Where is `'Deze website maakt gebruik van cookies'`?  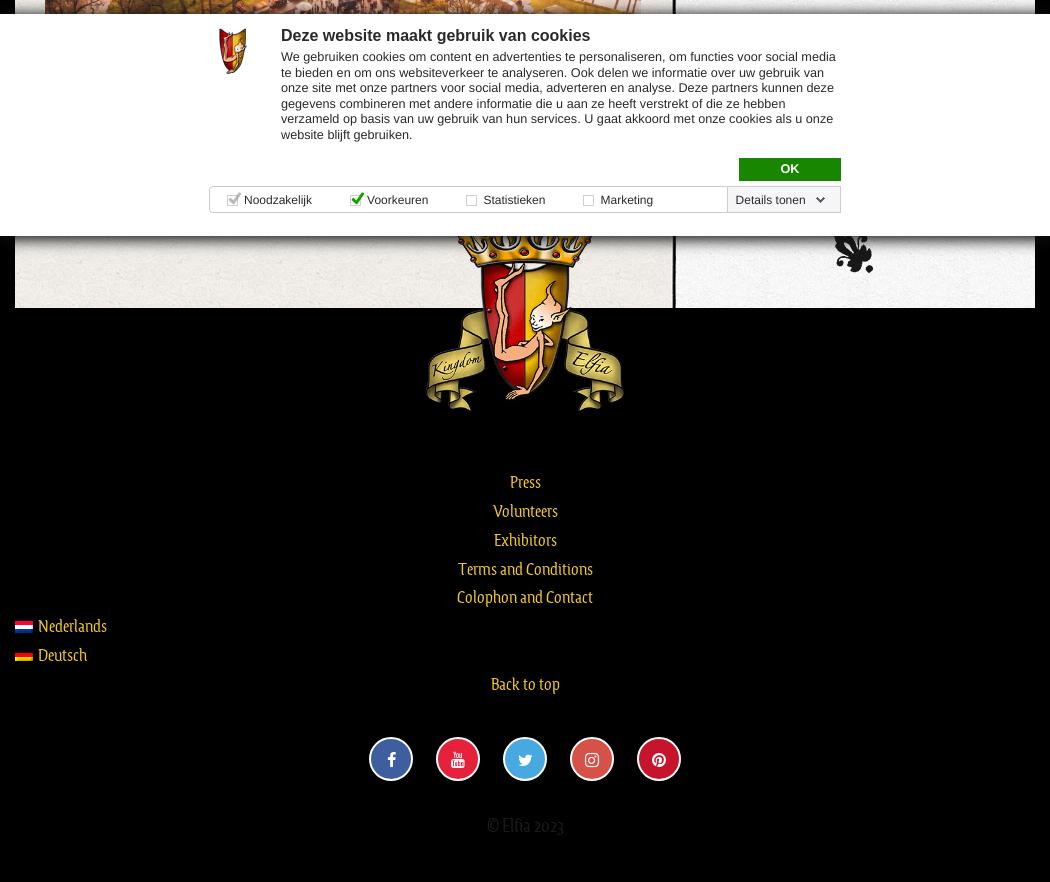
'Deze website maakt gebruik van cookies' is located at coordinates (434, 34).